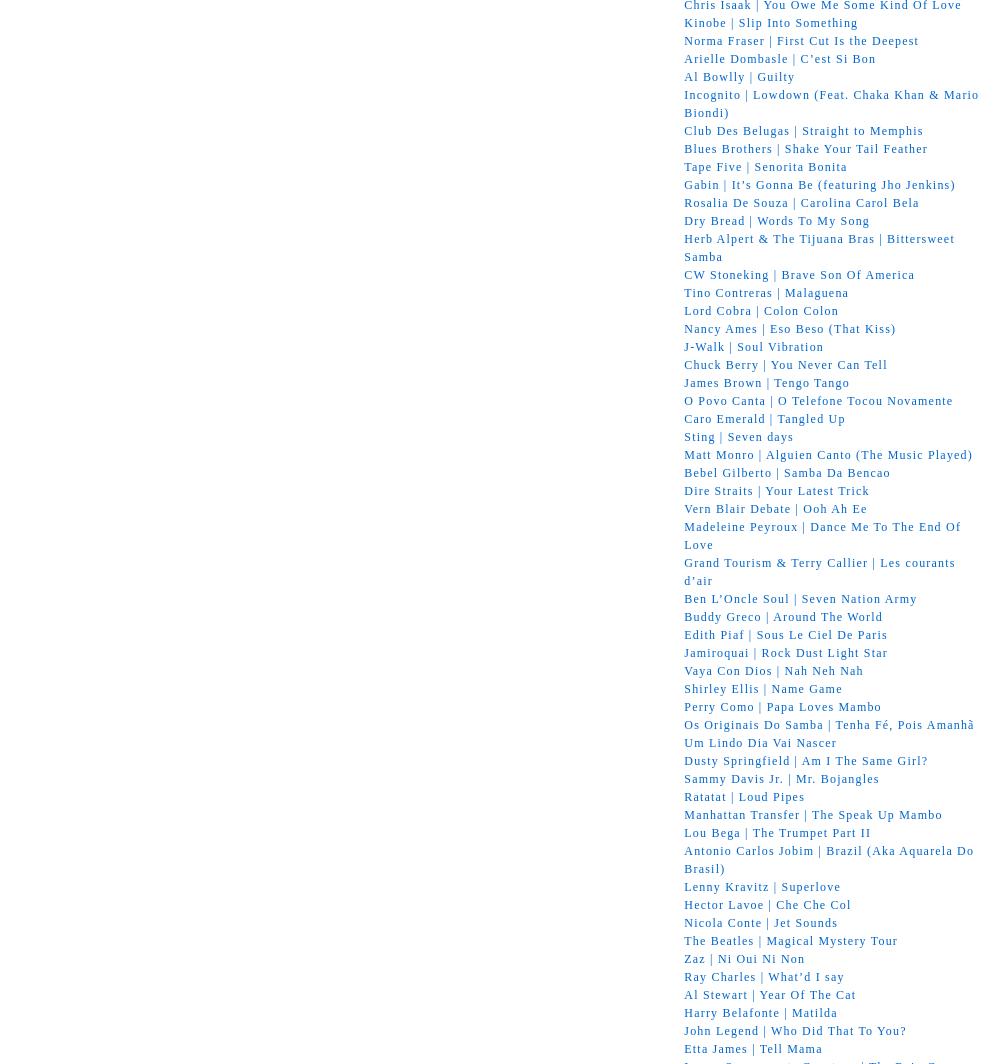 Image resolution: width=1000 pixels, height=1064 pixels. Describe the element at coordinates (783, 615) in the screenshot. I see `'Buddy Greco | Around The World'` at that location.